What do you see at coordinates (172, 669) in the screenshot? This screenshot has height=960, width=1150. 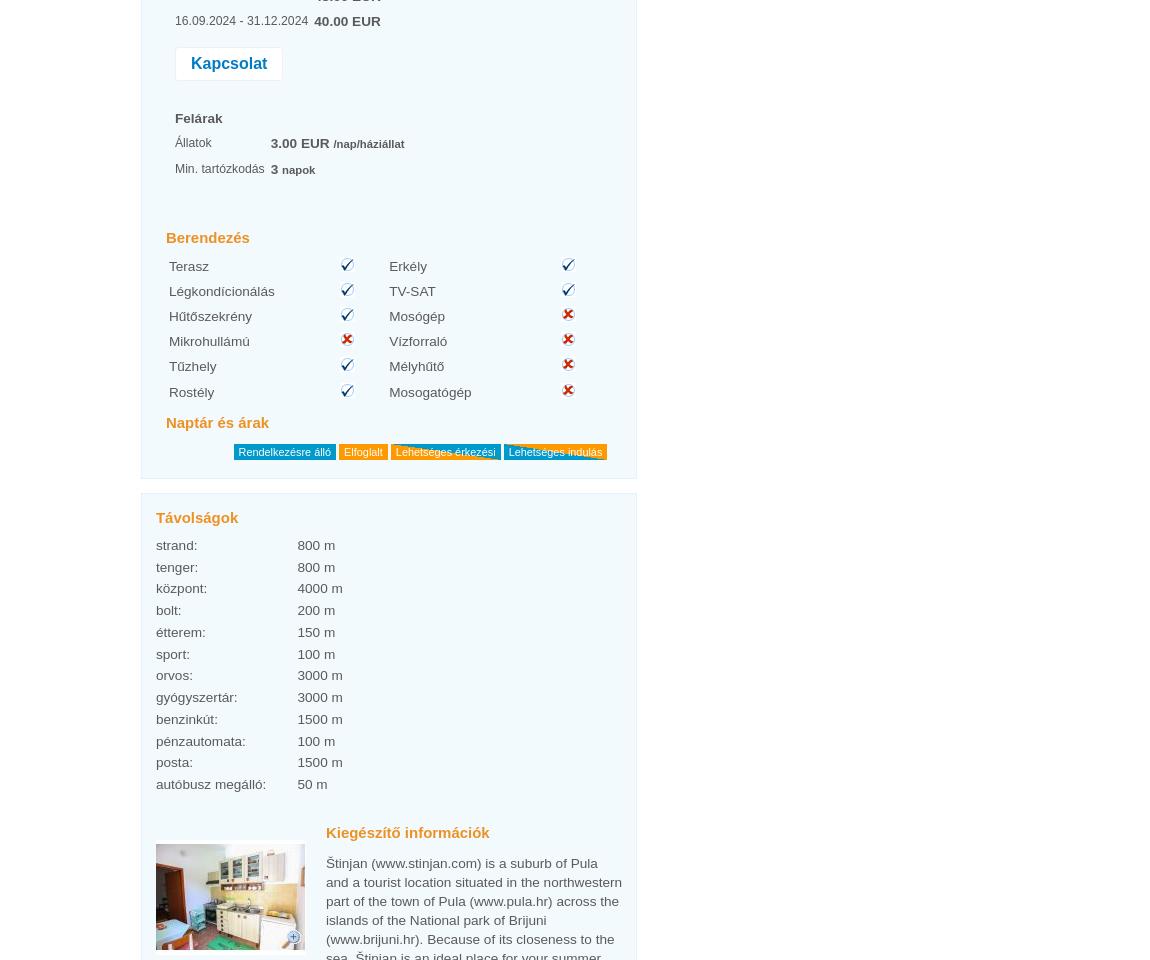 I see `'03.06.2024 - 14.07.2024'` at bounding box center [172, 669].